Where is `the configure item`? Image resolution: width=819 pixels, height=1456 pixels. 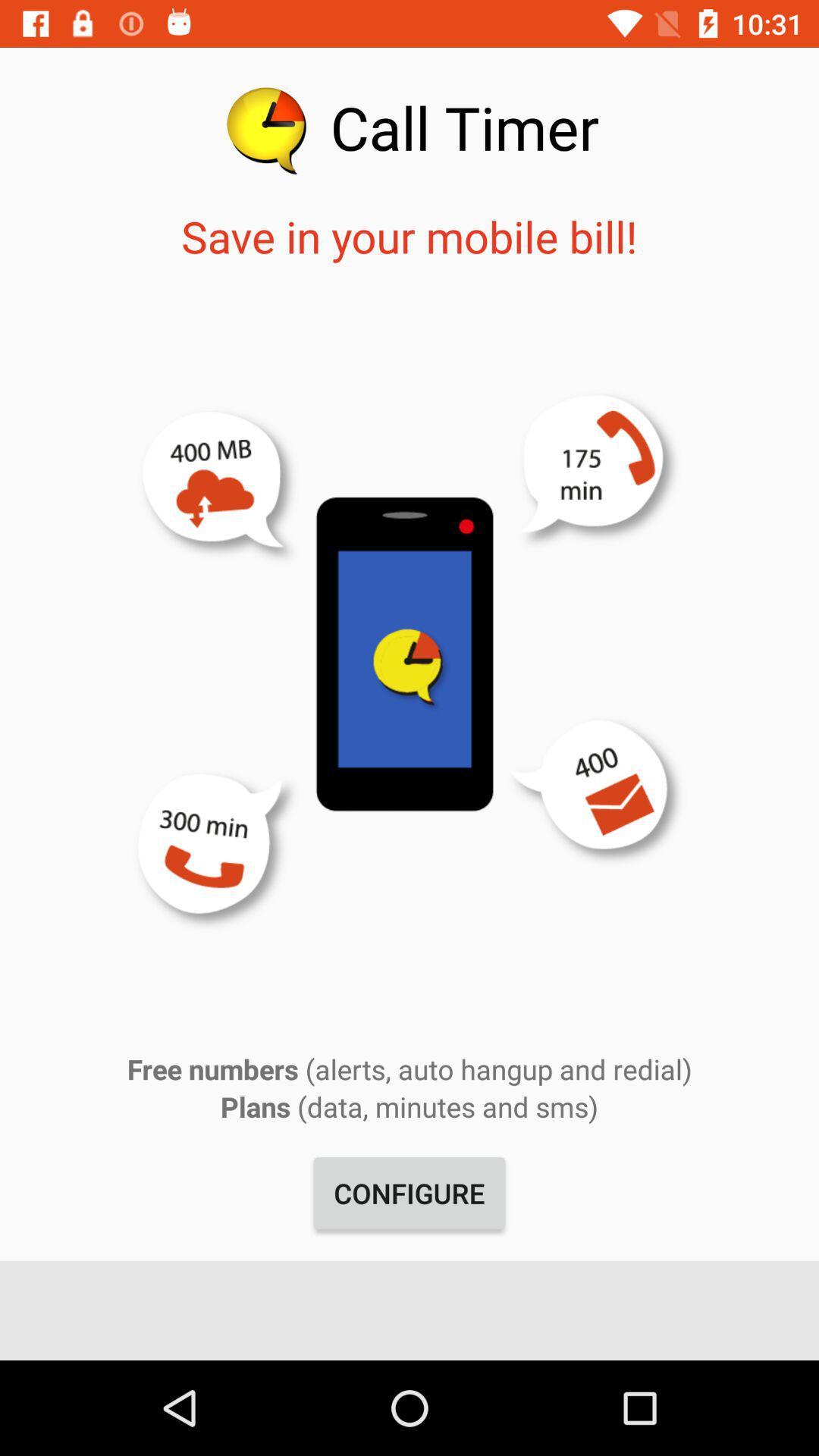 the configure item is located at coordinates (409, 1192).